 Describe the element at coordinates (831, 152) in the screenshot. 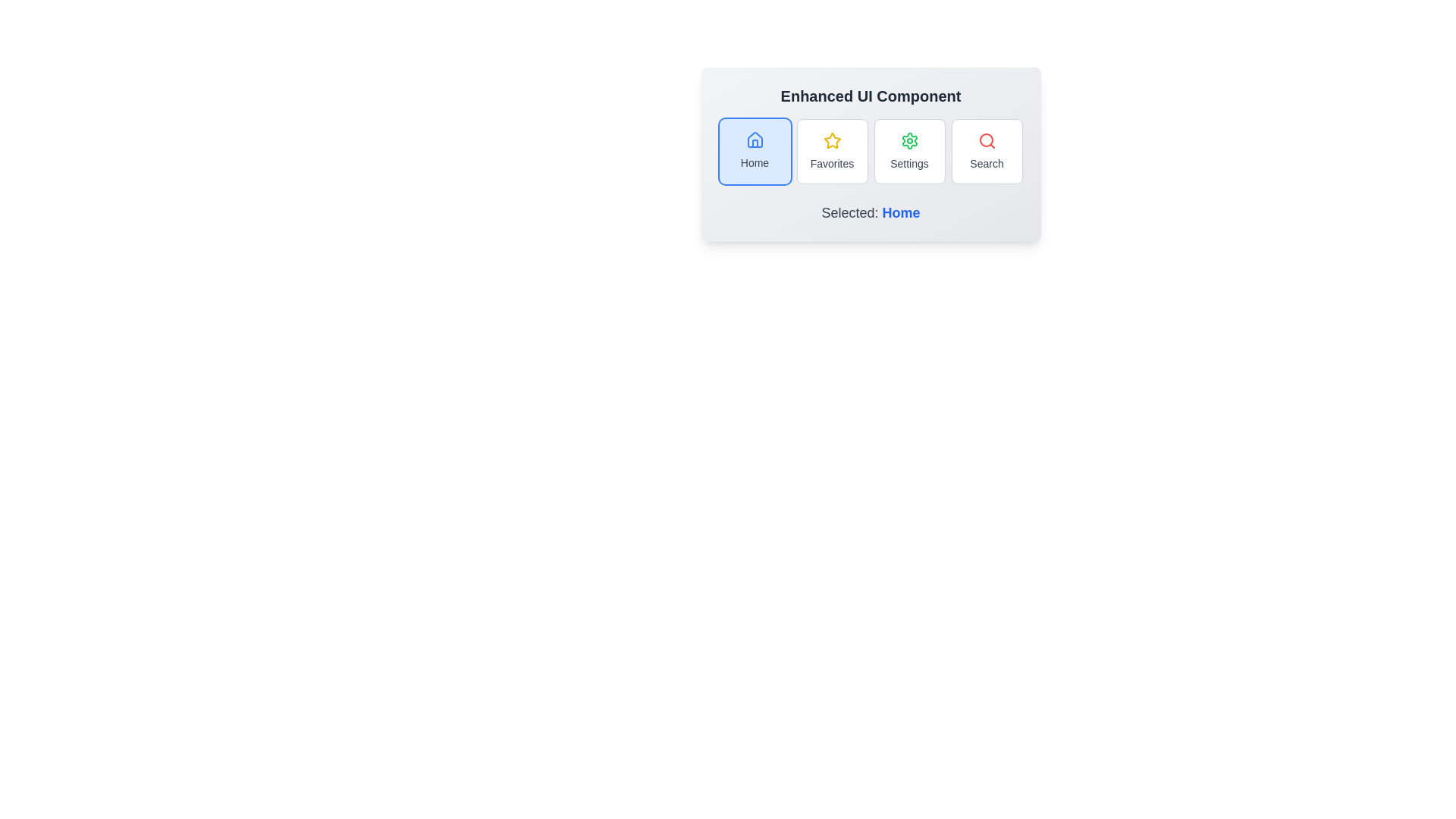

I see `the 'Favorites' button located in the second position of a grid of four buttons, situated to the right of the 'Home' button and to the left of the 'Settings' button` at that location.